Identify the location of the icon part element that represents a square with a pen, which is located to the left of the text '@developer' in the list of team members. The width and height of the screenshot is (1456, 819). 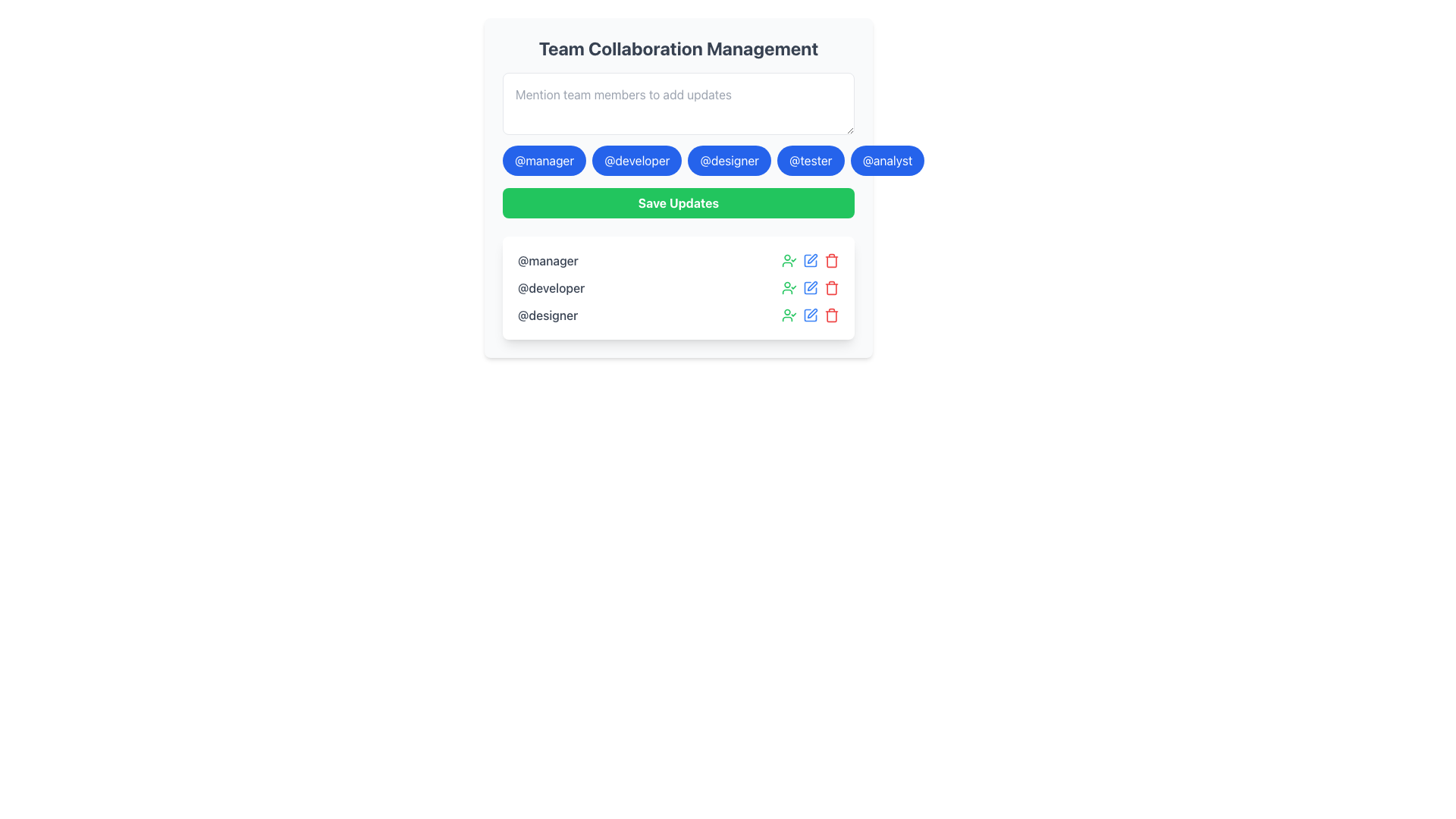
(810, 288).